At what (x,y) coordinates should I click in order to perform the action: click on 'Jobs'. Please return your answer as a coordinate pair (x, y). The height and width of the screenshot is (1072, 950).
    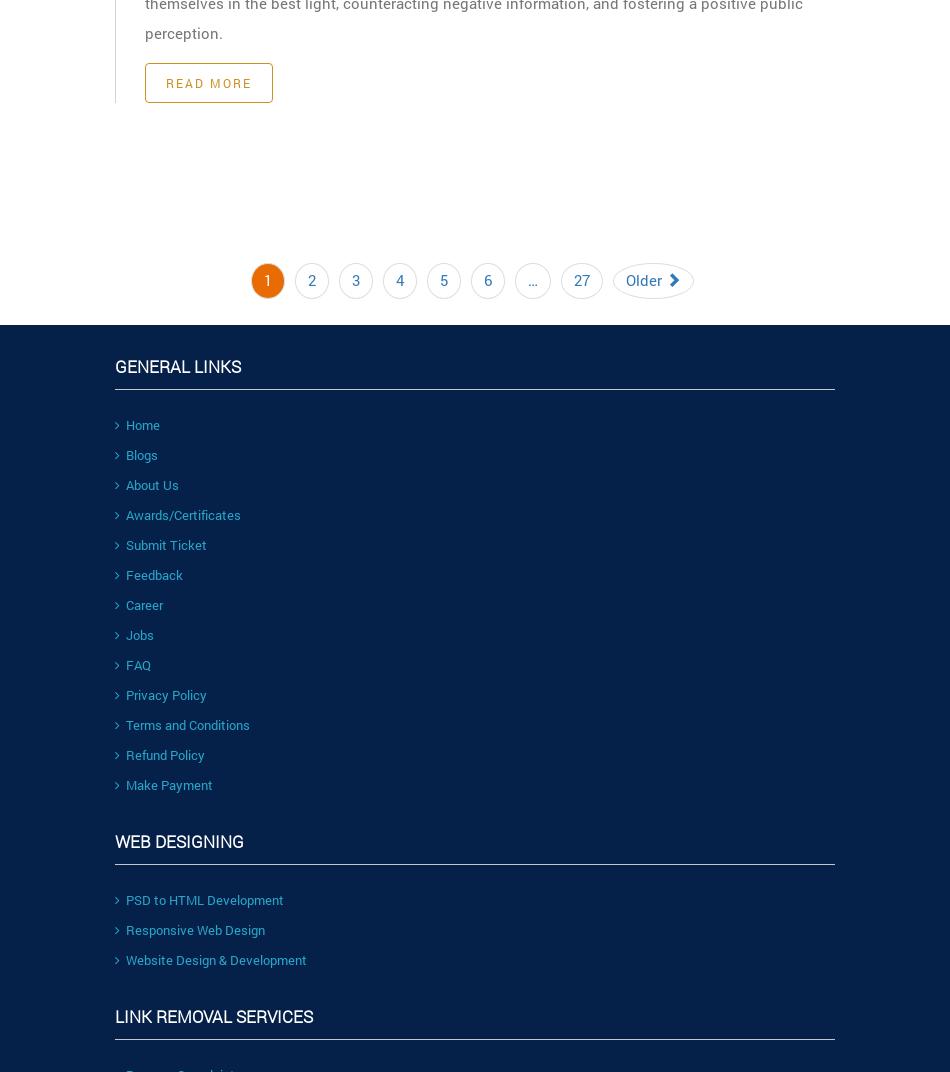
    Looking at the image, I should click on (140, 633).